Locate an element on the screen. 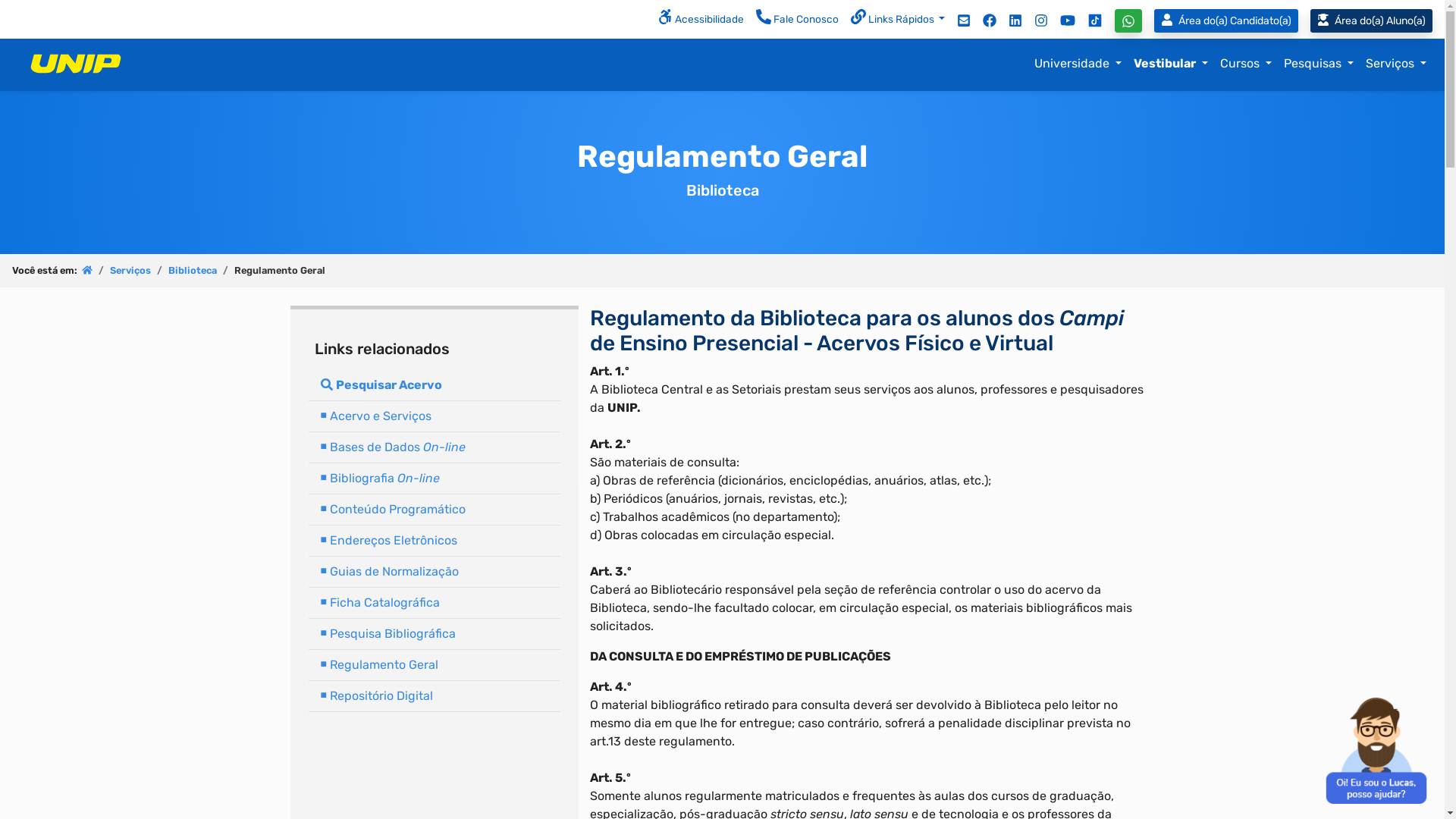 The height and width of the screenshot is (819, 1456). 'Acessibilidade' is located at coordinates (700, 20).